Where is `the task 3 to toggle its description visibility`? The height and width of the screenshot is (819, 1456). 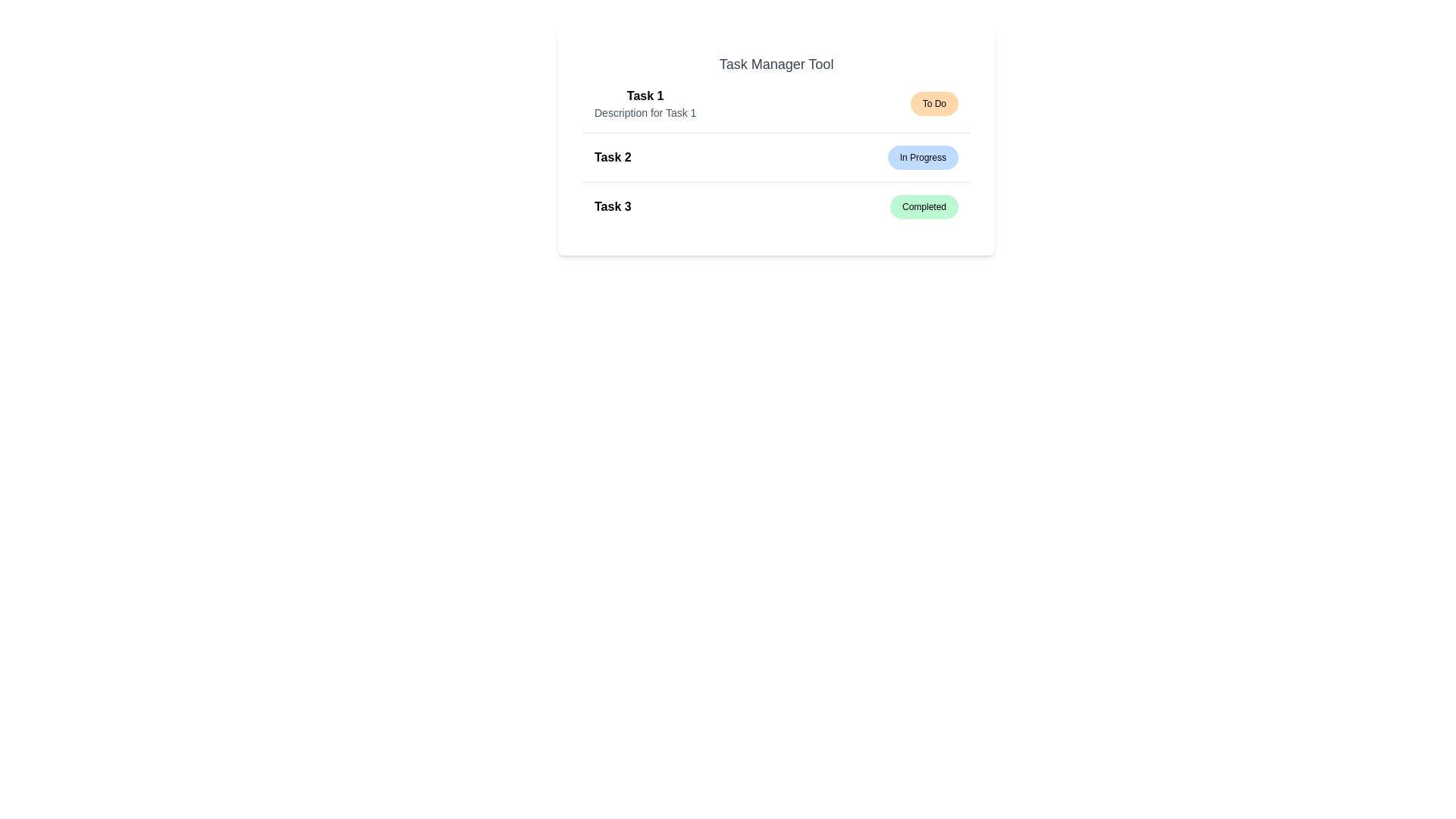
the task 3 to toggle its description visibility is located at coordinates (776, 206).